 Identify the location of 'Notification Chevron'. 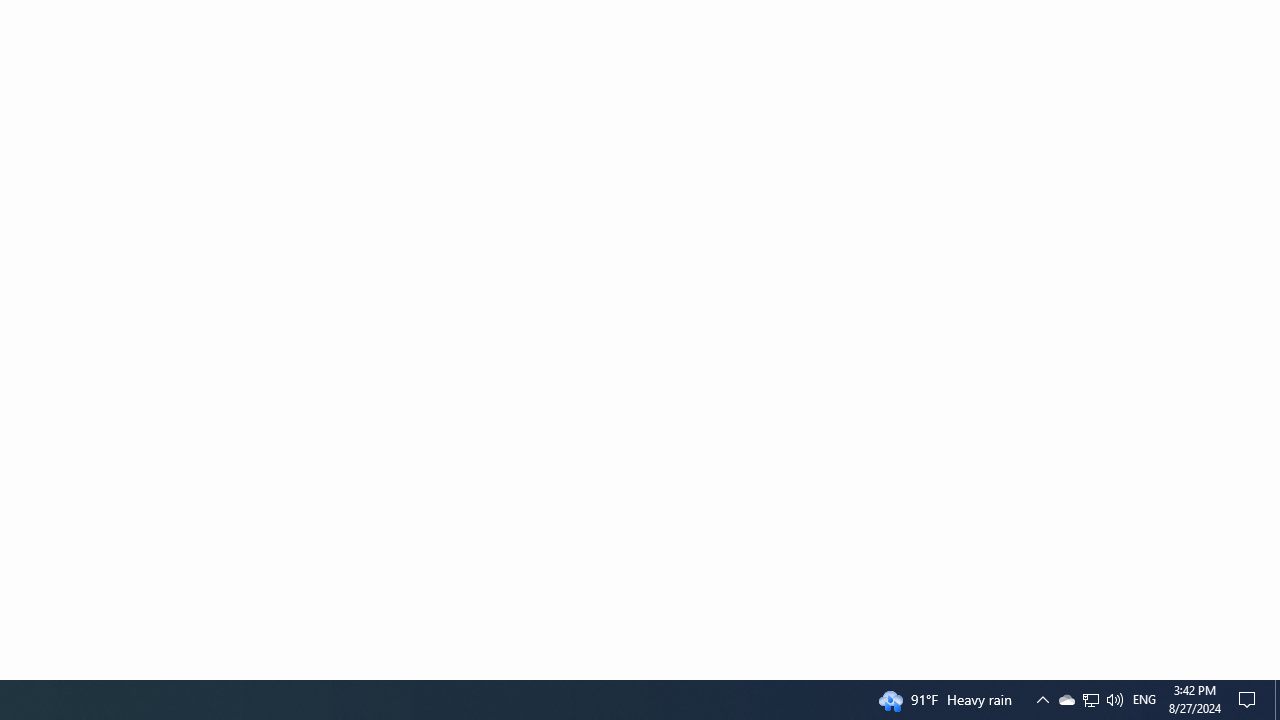
(1041, 698).